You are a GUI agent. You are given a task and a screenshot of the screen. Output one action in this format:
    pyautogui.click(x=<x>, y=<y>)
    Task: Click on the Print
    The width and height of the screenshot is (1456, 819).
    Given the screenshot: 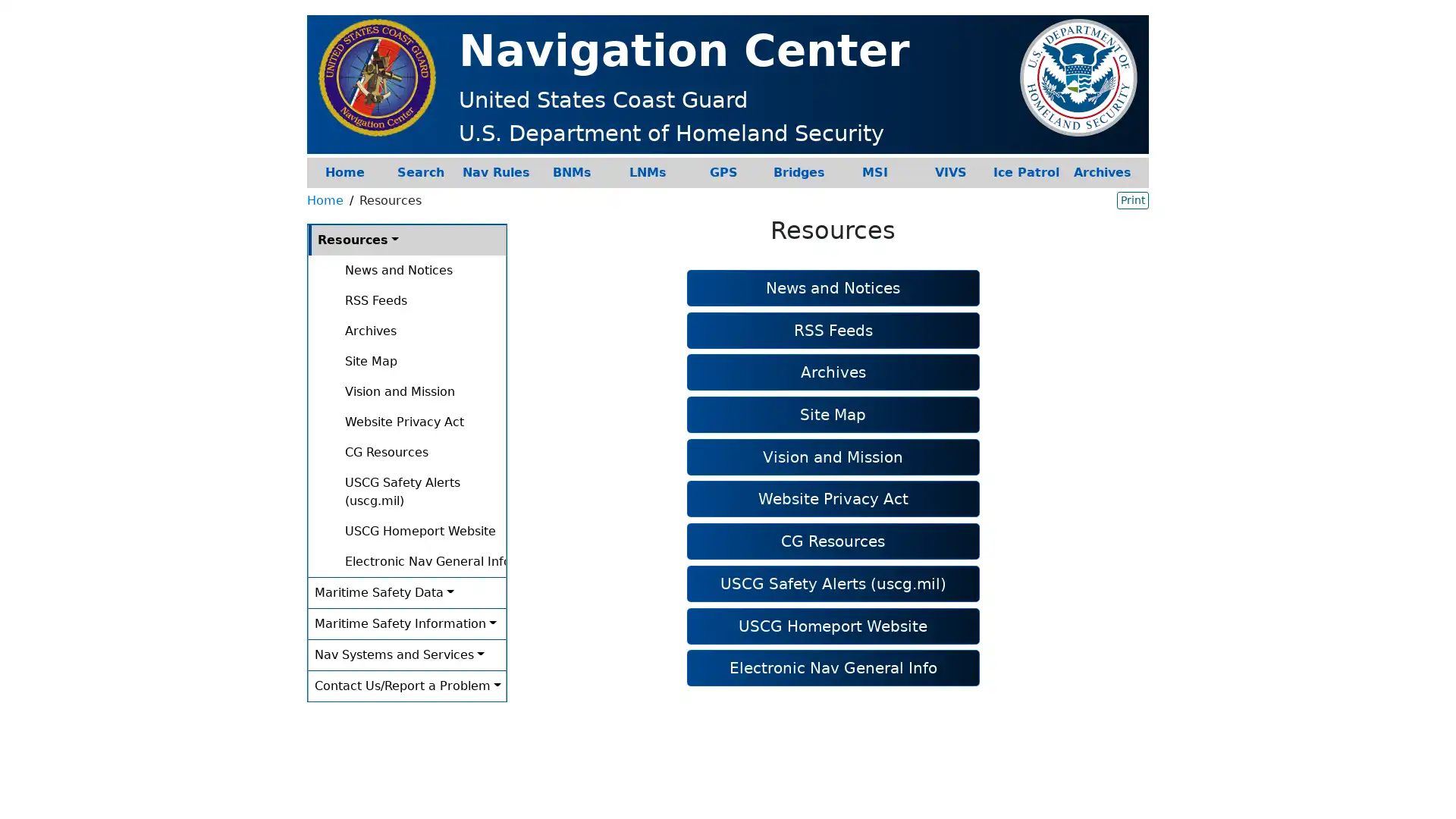 What is the action you would take?
    pyautogui.click(x=1132, y=199)
    